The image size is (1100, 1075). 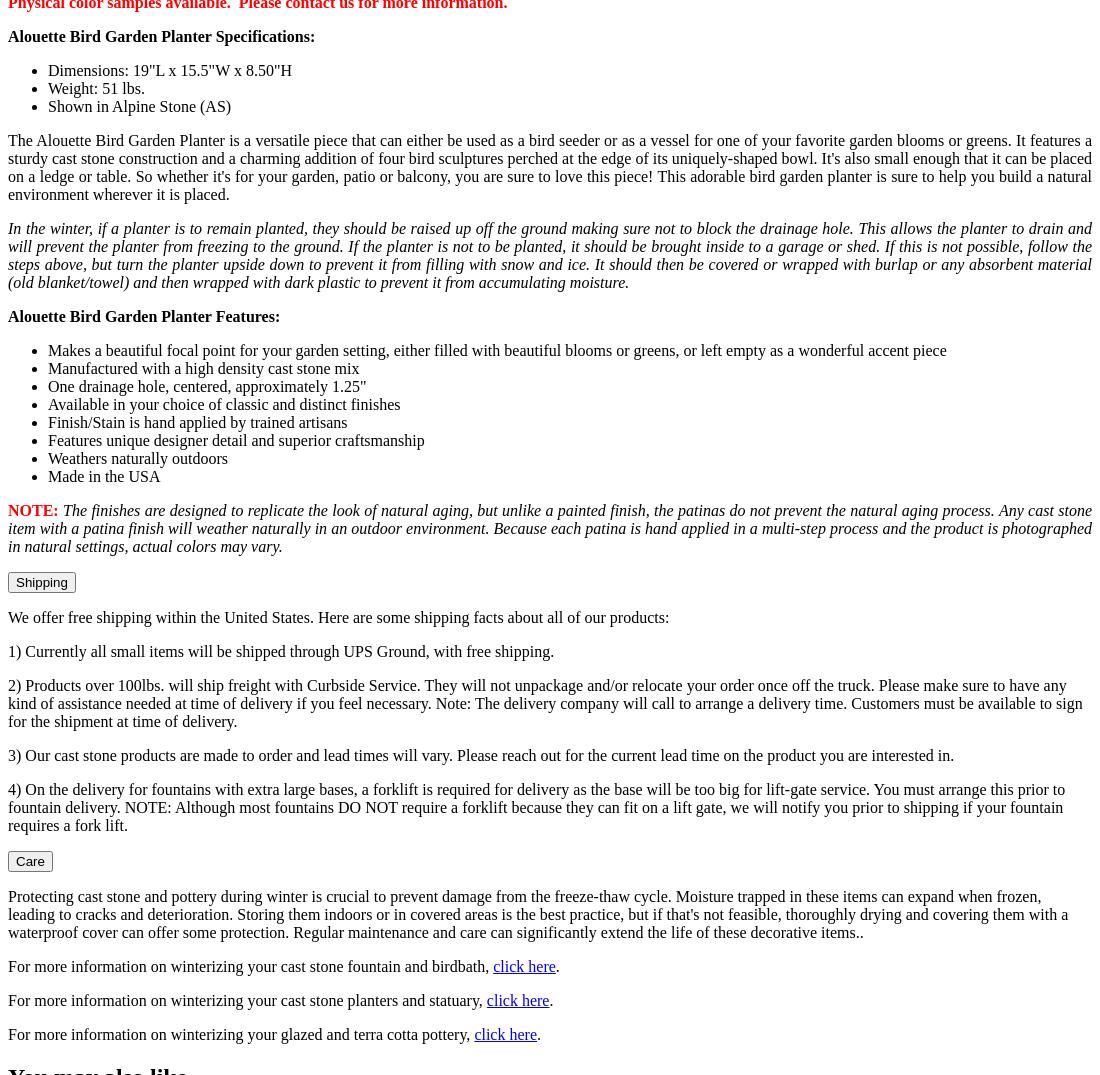 What do you see at coordinates (538, 913) in the screenshot?
I see `'Protecting cast stone and pottery during winter is crucial to prevent damage from the freeze-thaw cycle. Moisture trapped in these items can expand when frozen, leading to cracks and deterioration. Storing them indoors or in covered areas is the best practice, but if that's not feasible, thoroughly drying and covering them with a waterproof cover can offer some protection. Regular maintenance and care can significantly extend the life of these decorative items..'` at bounding box center [538, 913].